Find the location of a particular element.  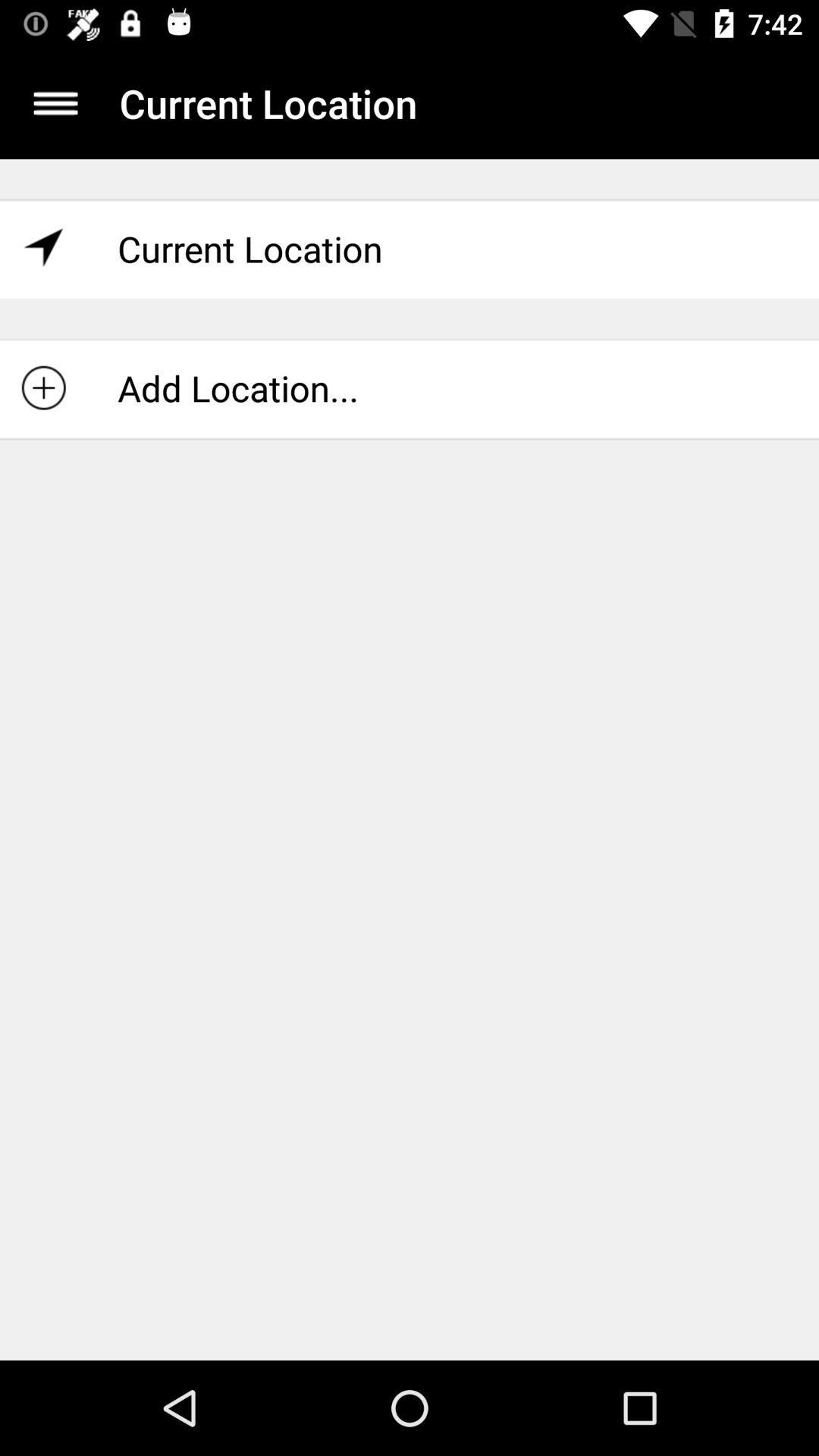

the app next to current location icon is located at coordinates (55, 102).